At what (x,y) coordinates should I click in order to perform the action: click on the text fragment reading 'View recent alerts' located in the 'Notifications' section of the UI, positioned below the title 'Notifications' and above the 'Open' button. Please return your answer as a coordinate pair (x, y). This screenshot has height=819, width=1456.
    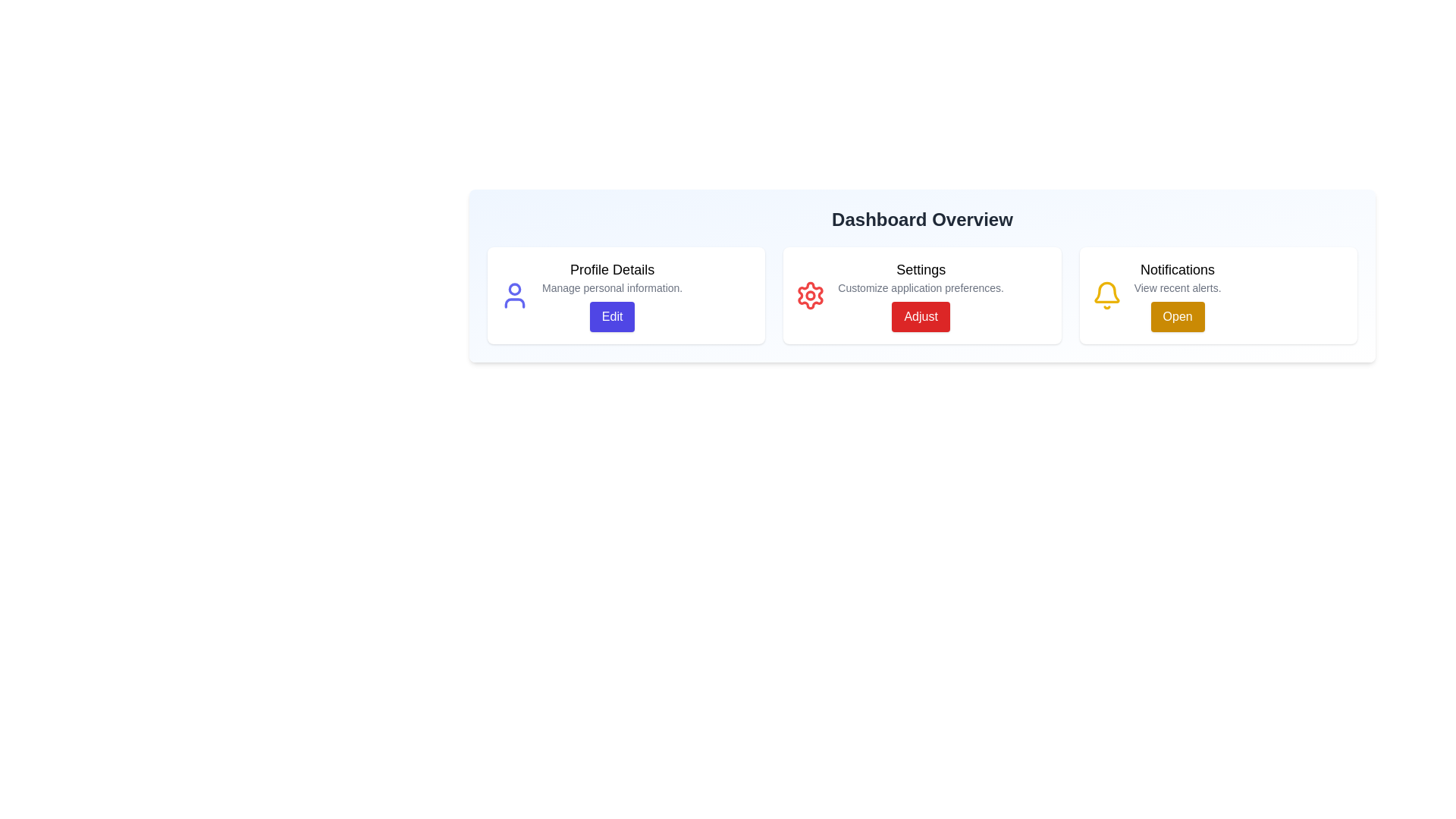
    Looking at the image, I should click on (1177, 288).